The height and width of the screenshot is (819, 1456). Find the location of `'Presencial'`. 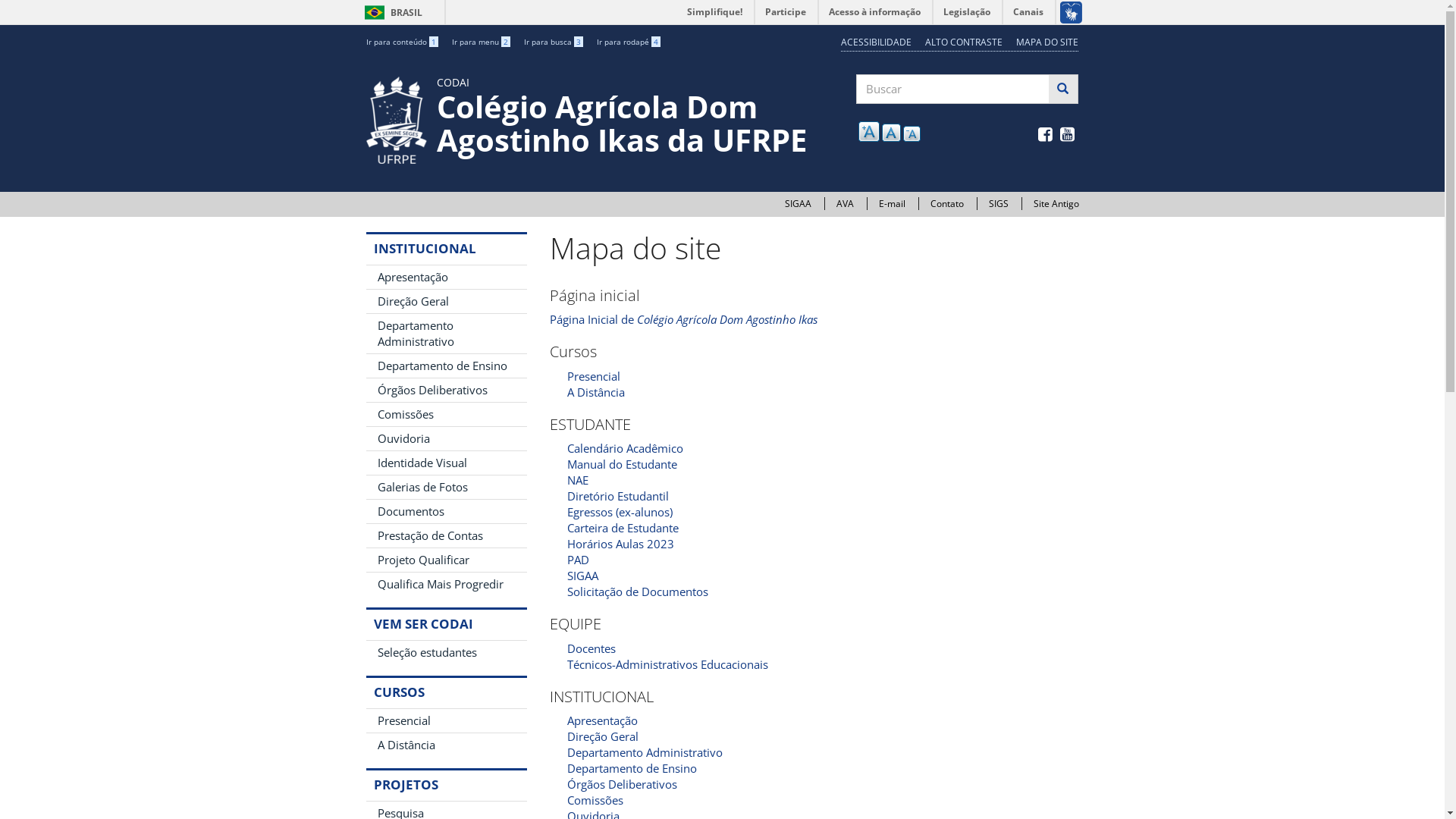

'Presencial' is located at coordinates (445, 720).